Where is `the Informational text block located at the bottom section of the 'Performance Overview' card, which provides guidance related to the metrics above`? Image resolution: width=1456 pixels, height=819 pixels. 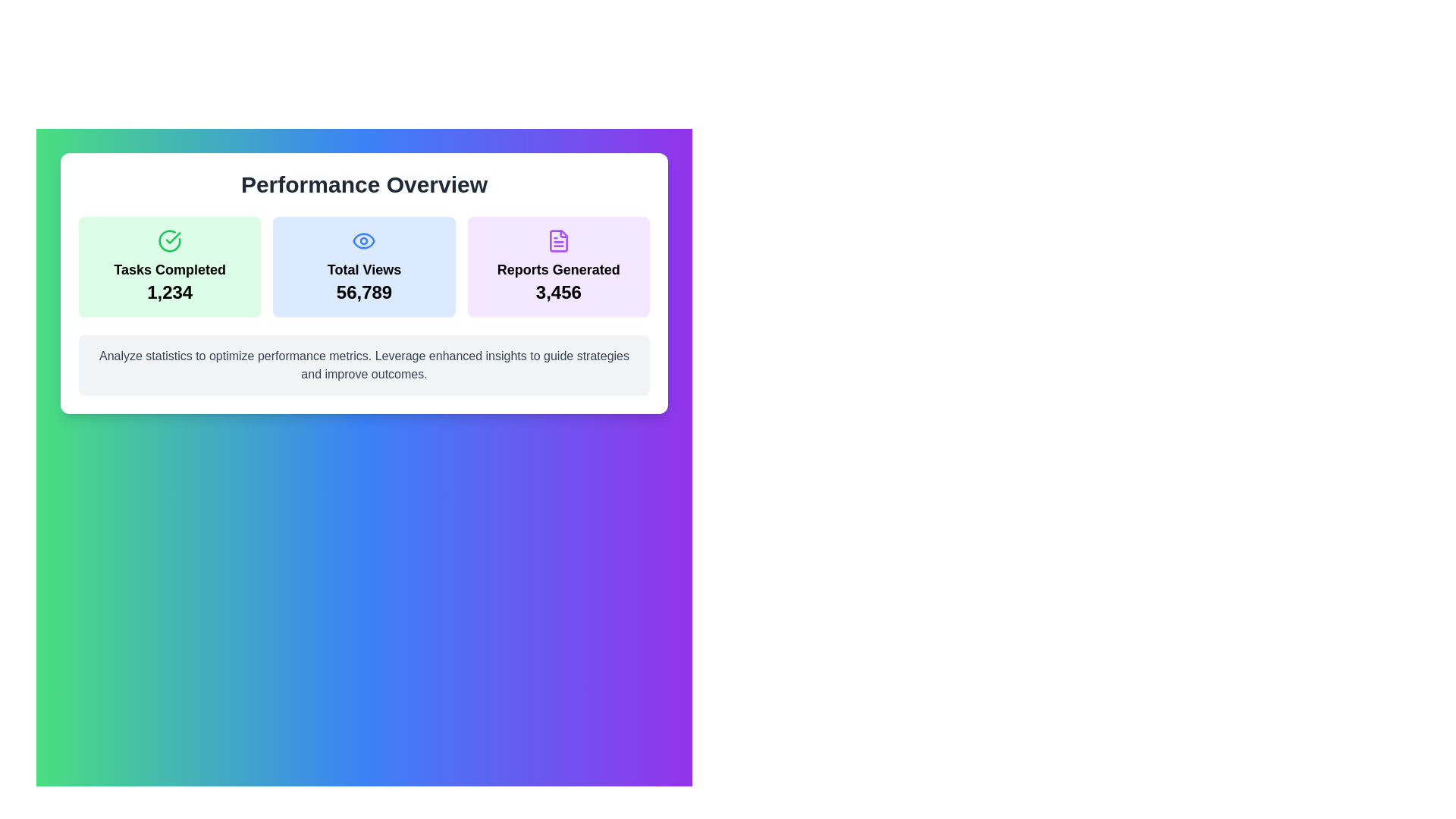
the Informational text block located at the bottom section of the 'Performance Overview' card, which provides guidance related to the metrics above is located at coordinates (364, 366).